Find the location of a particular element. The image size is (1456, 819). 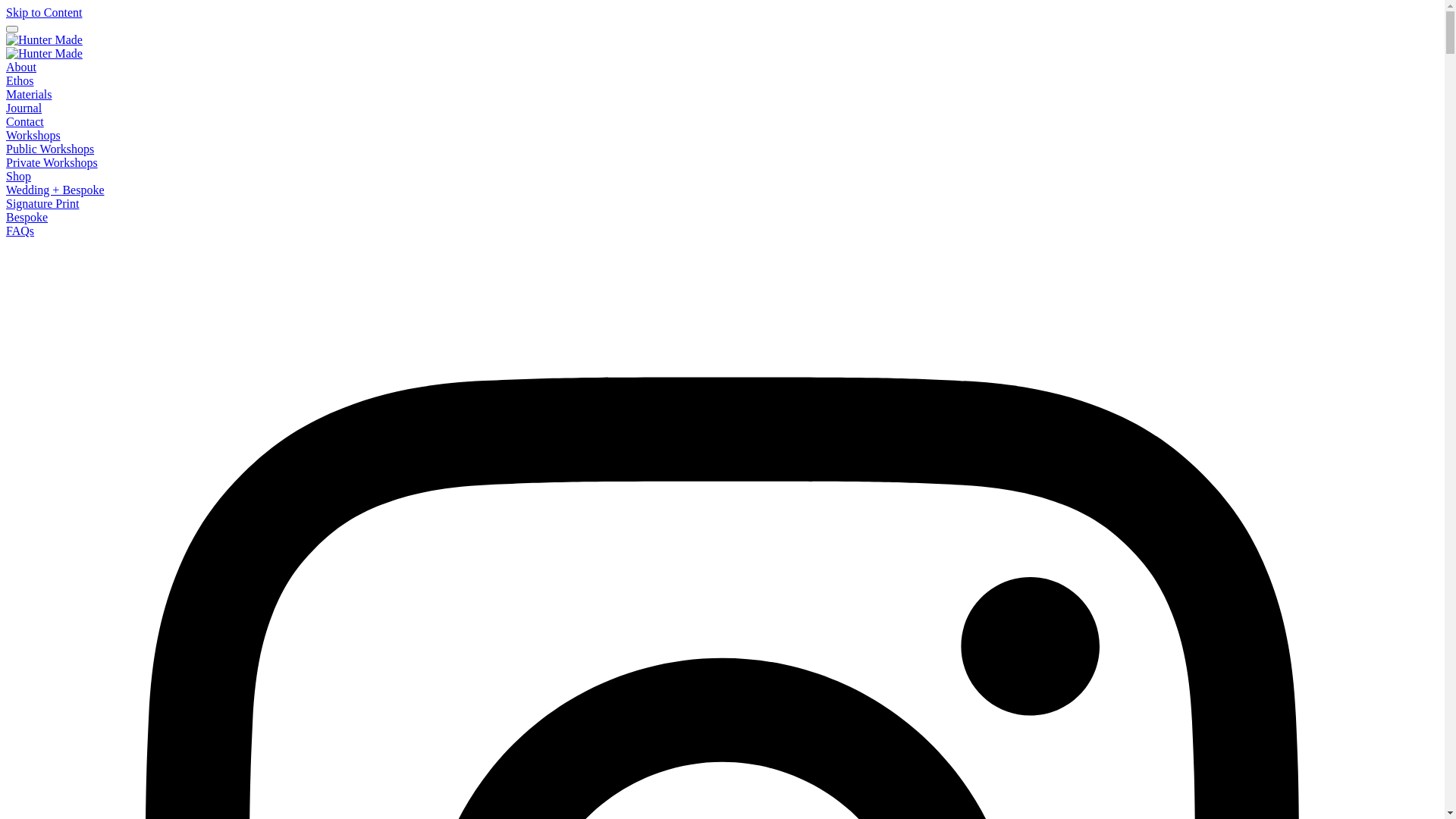

'FAQs' is located at coordinates (6, 231).